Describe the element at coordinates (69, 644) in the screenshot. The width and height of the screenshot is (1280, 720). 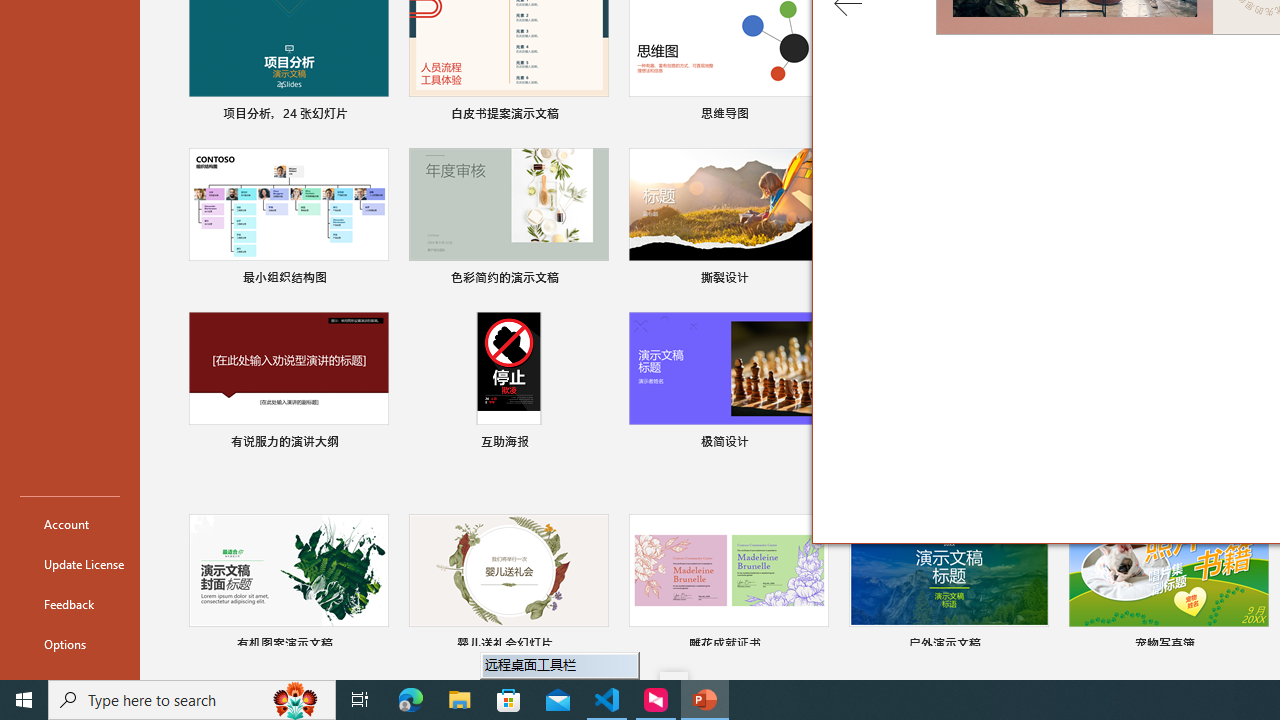
I see `'Options'` at that location.